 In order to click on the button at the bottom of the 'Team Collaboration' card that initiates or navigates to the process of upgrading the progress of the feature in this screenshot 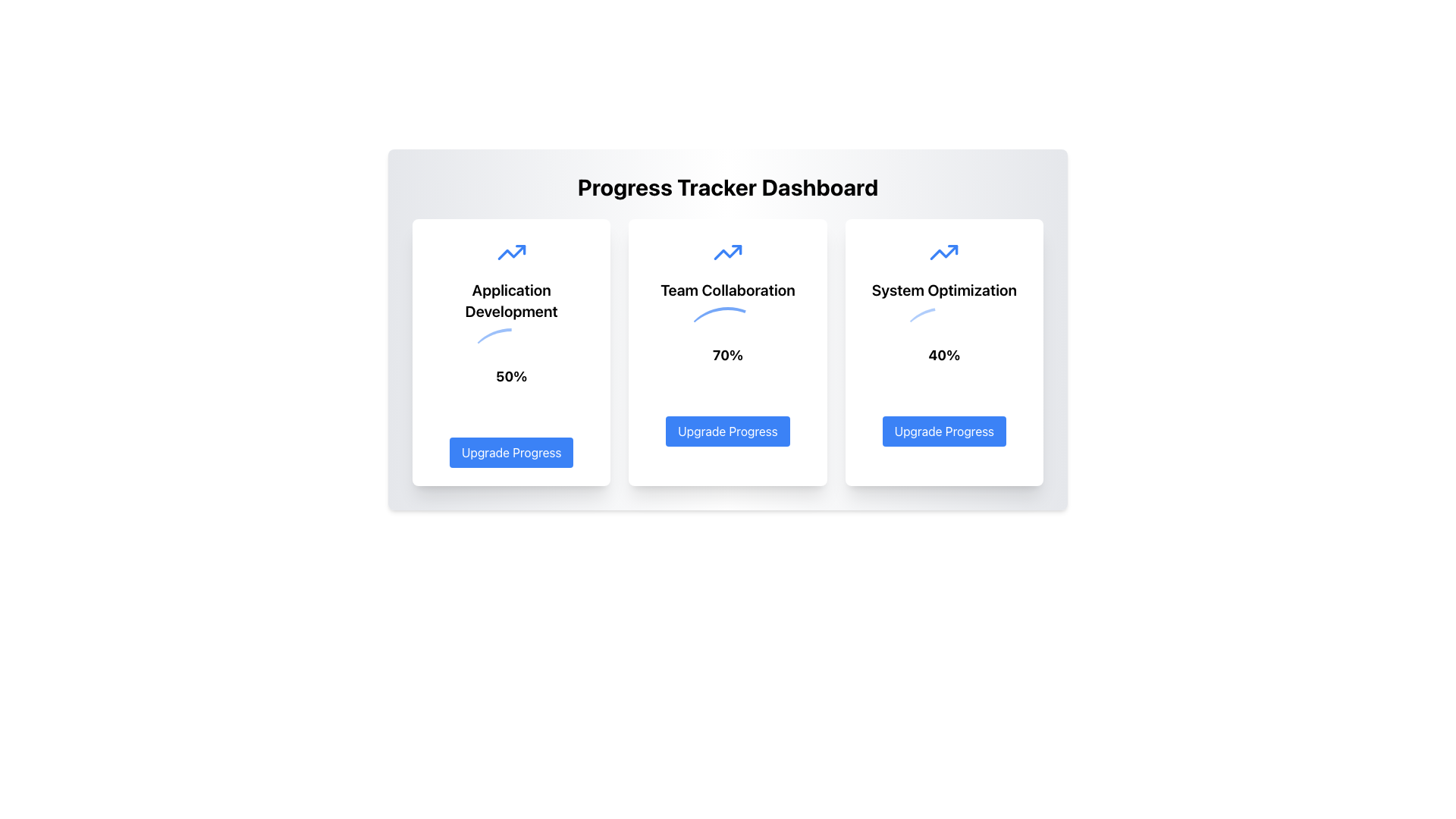, I will do `click(728, 431)`.